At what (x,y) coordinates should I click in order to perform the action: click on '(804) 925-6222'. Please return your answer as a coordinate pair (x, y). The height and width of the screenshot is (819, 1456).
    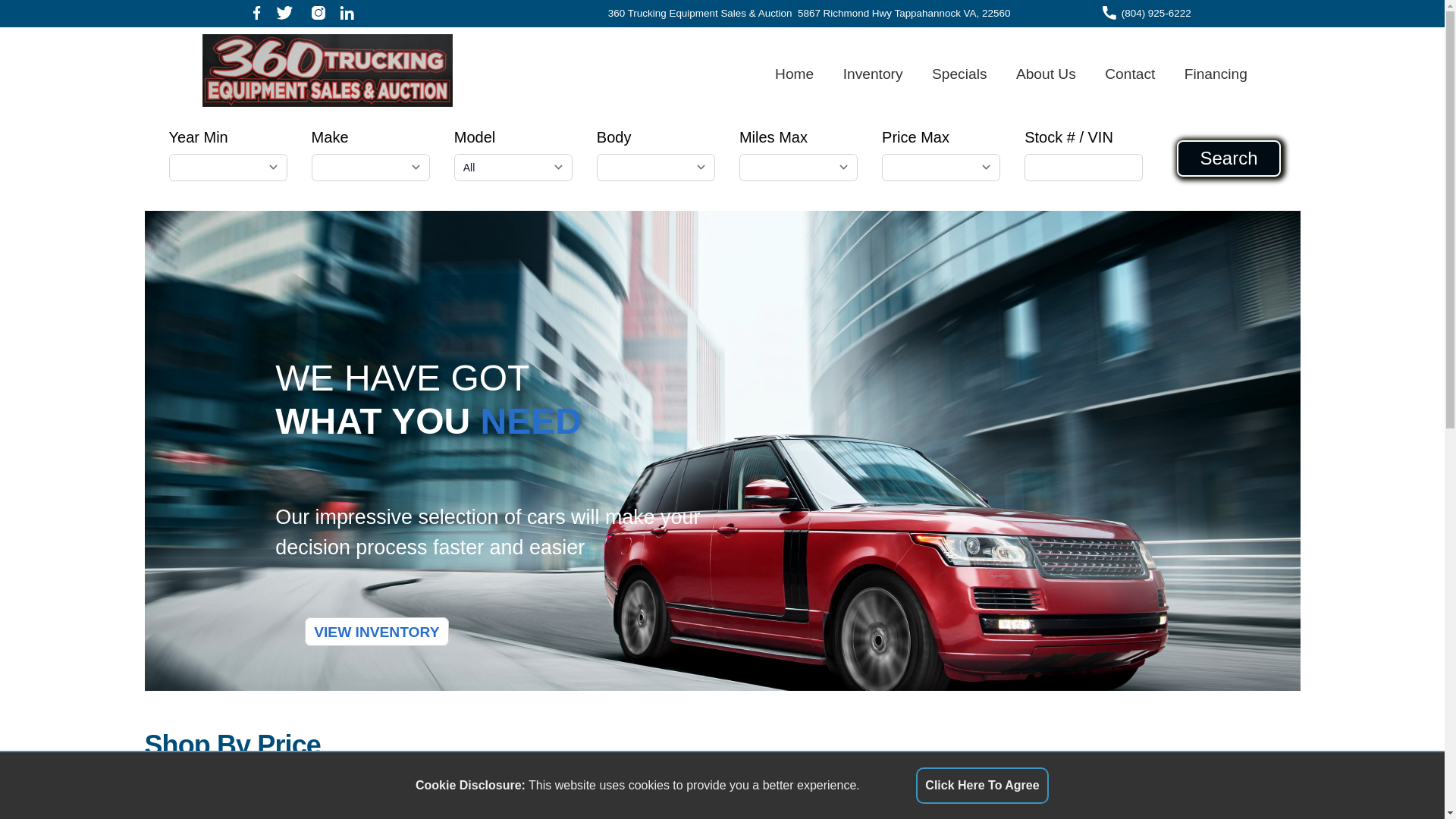
    Looking at the image, I should click on (1156, 14).